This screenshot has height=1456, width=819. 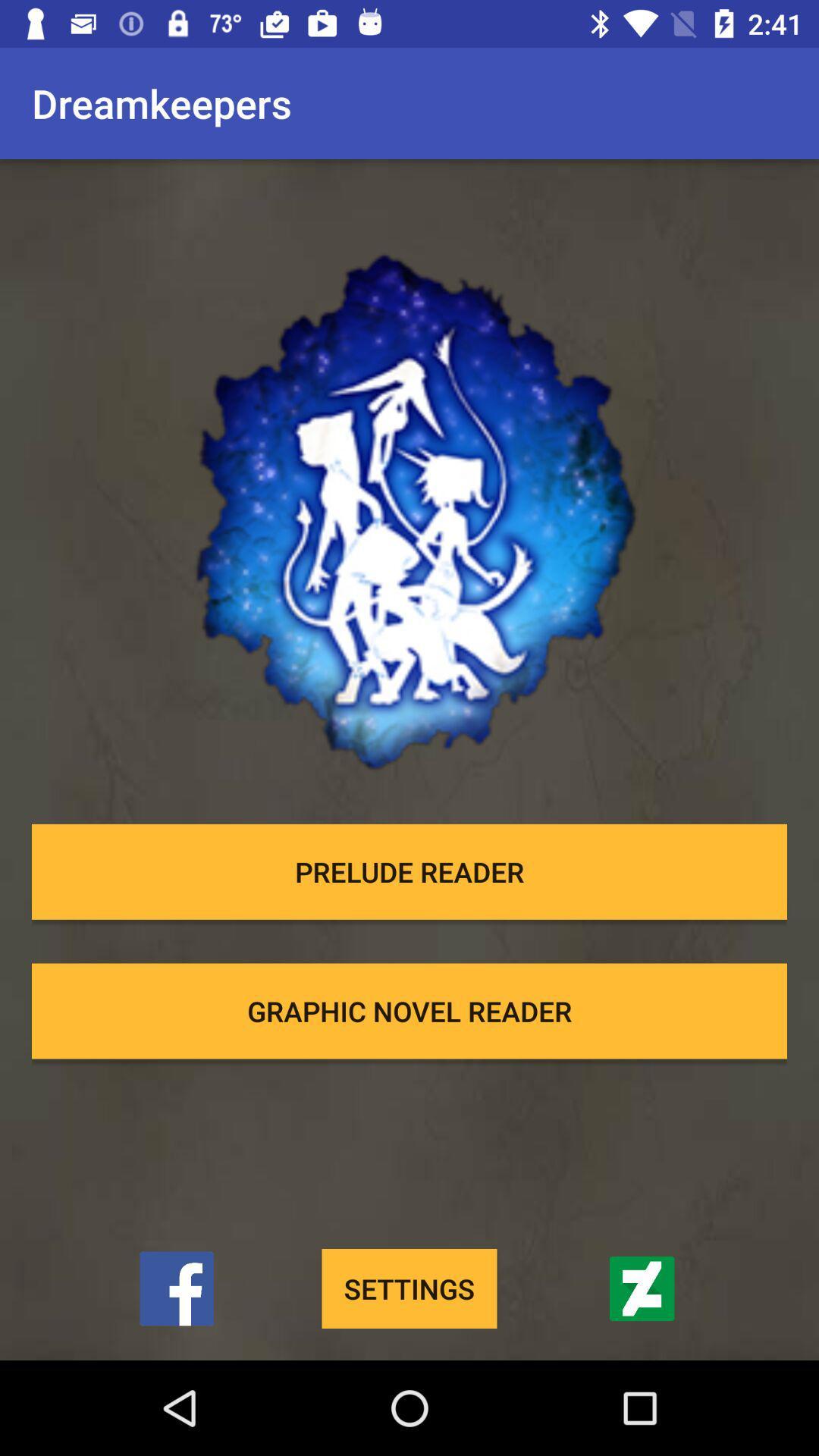 What do you see at coordinates (409, 1288) in the screenshot?
I see `the settings` at bounding box center [409, 1288].